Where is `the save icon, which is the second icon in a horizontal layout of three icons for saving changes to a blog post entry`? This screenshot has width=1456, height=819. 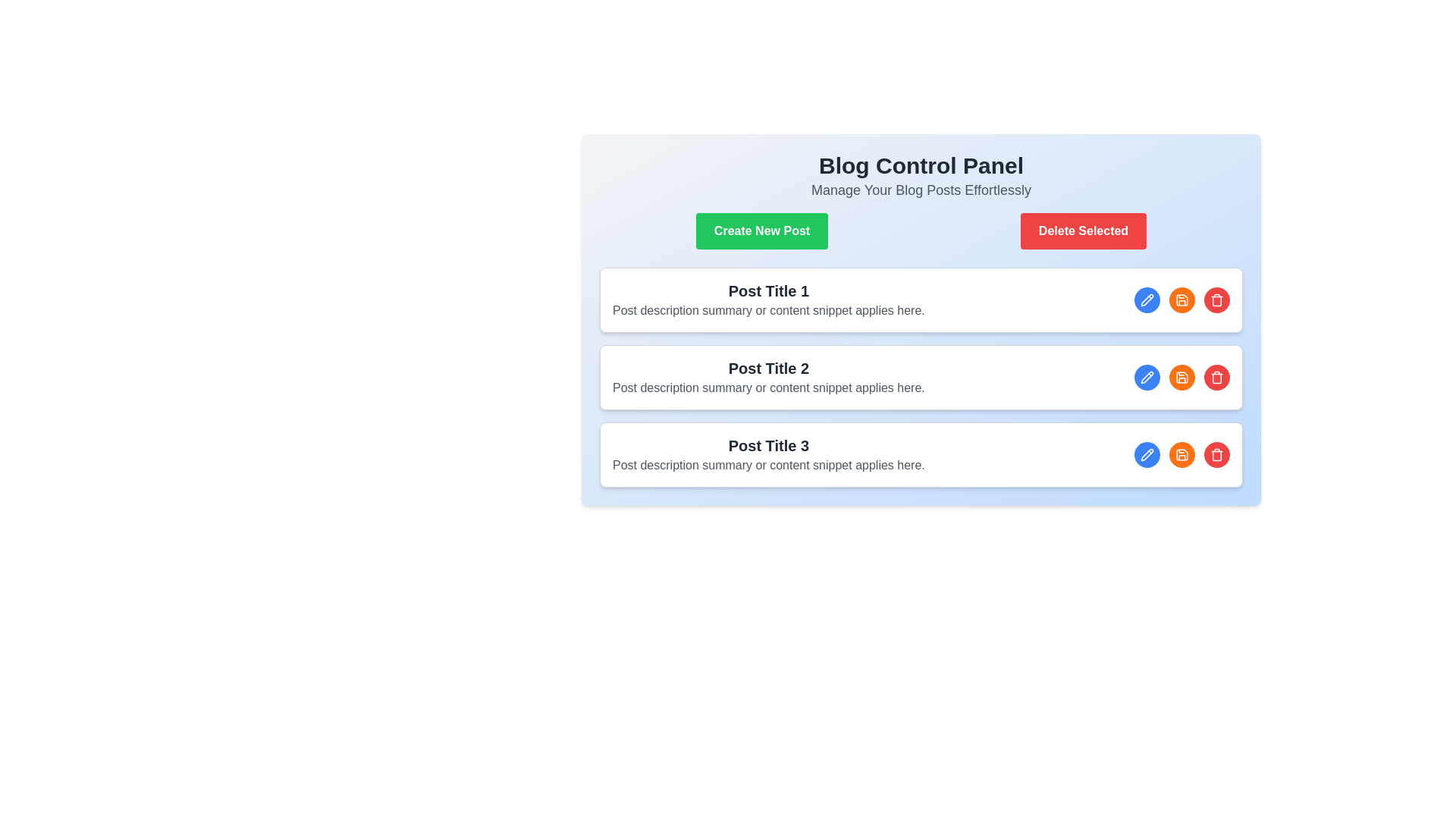 the save icon, which is the second icon in a horizontal layout of three icons for saving changes to a blog post entry is located at coordinates (1181, 376).